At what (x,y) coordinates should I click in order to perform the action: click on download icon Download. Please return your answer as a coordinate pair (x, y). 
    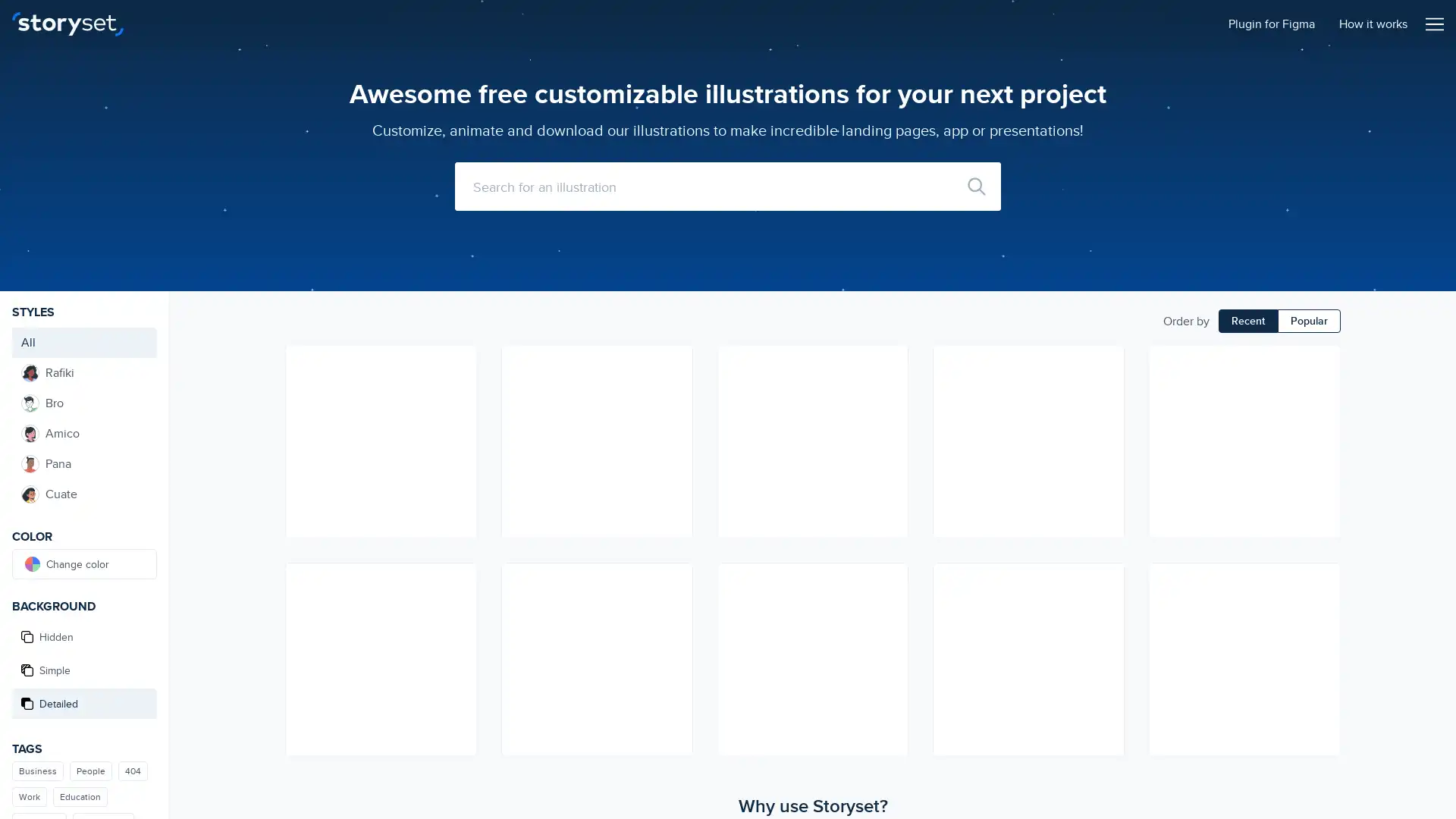
    Looking at the image, I should click on (1320, 391).